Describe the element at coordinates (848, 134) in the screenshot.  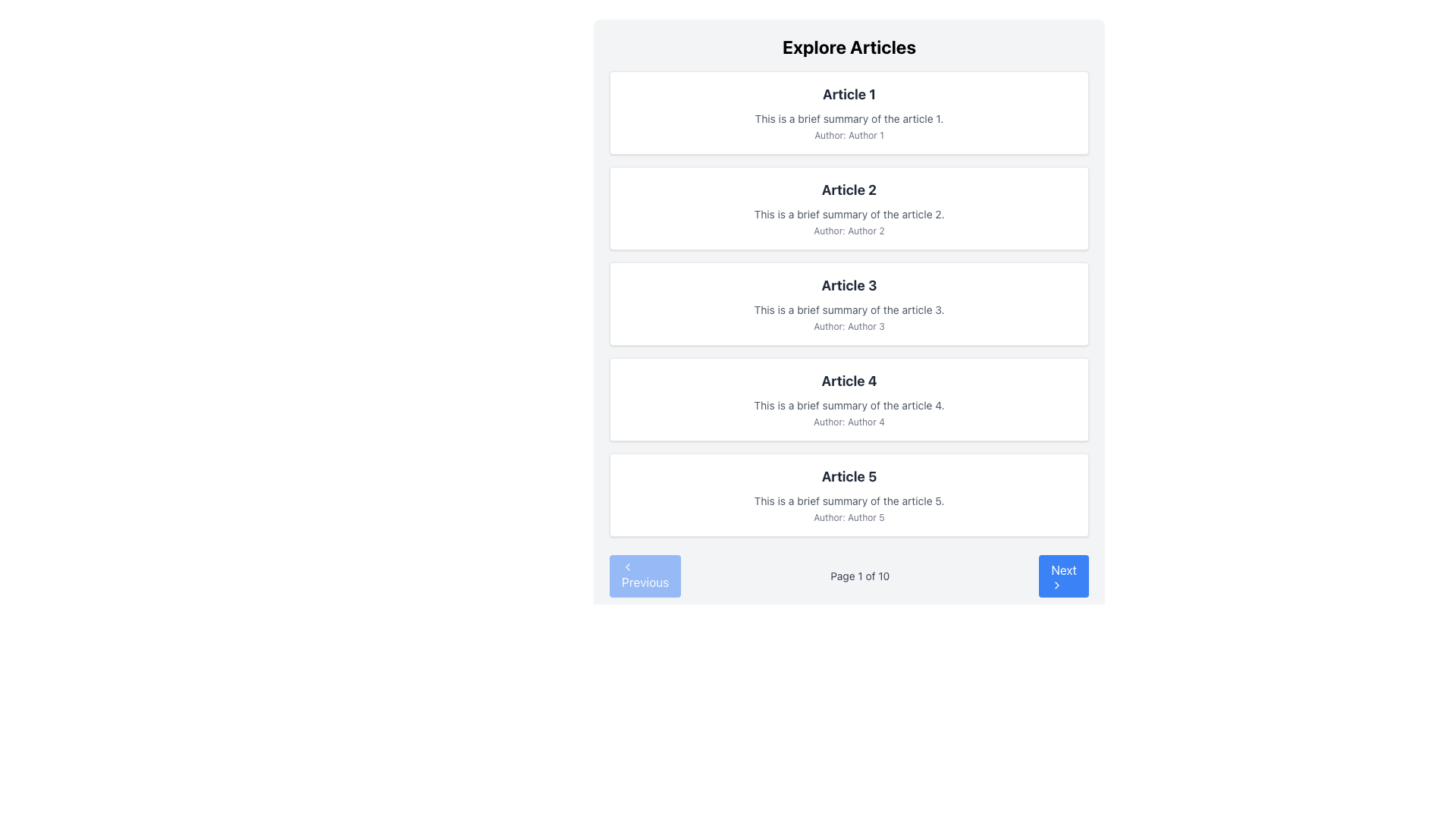
I see `author's name displayed in the text located at the bottom of the card labeled 'Article 1', just below the summary text` at that location.